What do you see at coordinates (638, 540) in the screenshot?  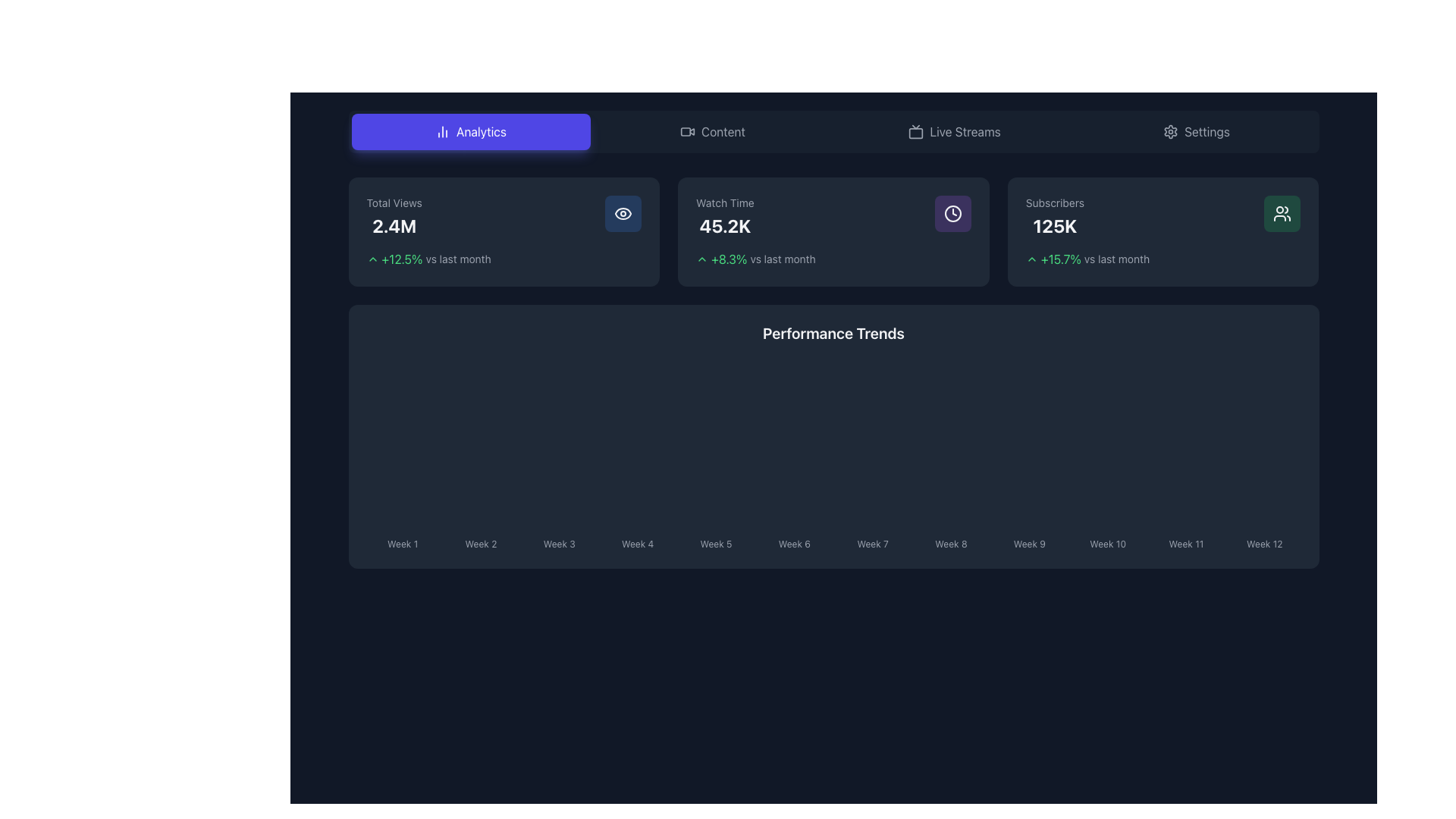 I see `label of the Text element representing 'Week 4' in the Performance Trends section, located horizontally between 'Week 3' and 'Week 5'` at bounding box center [638, 540].